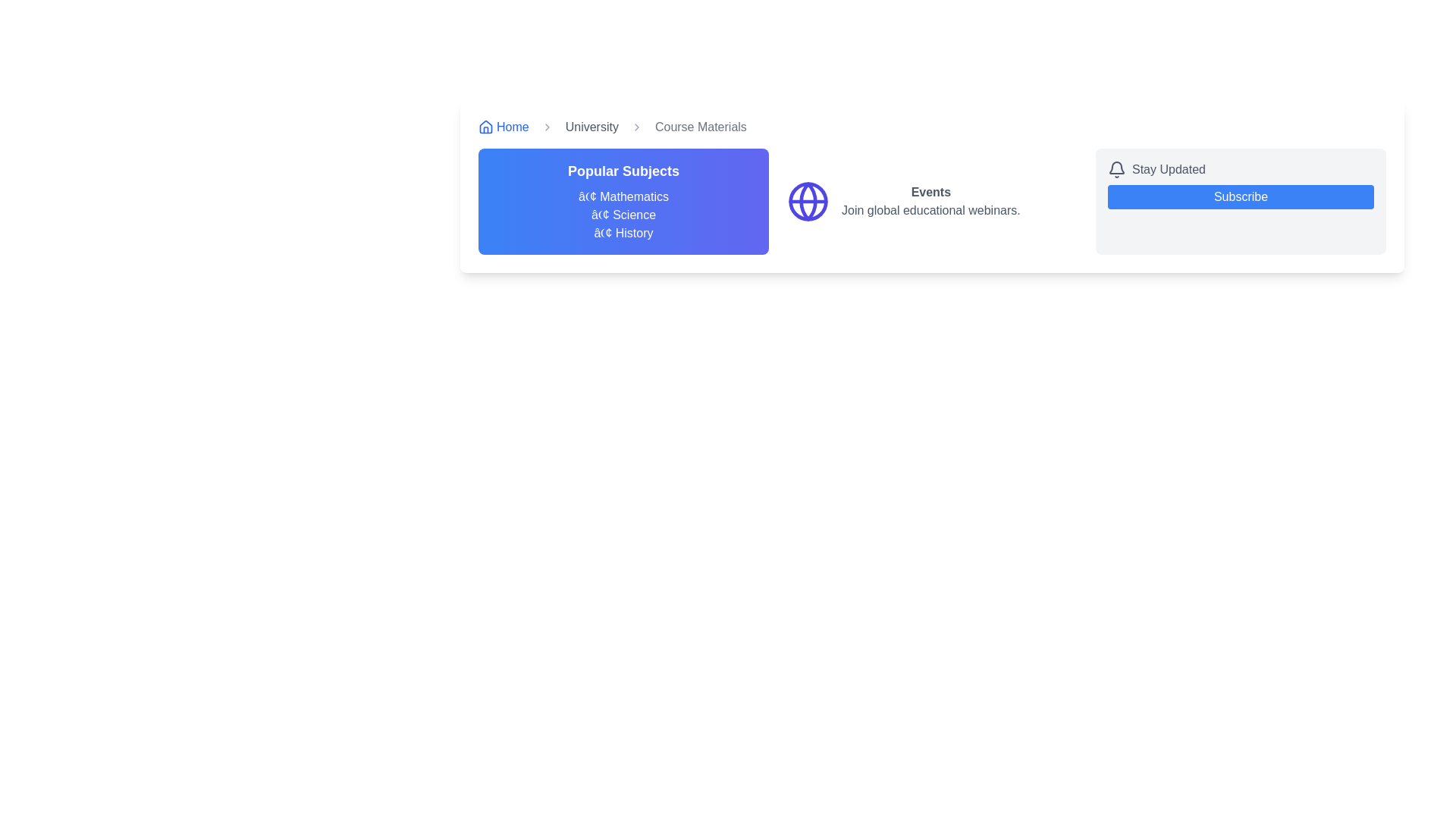 The height and width of the screenshot is (819, 1456). I want to click on the 'University' link in the breadcrumb navigation bar to change its text color, so click(591, 126).